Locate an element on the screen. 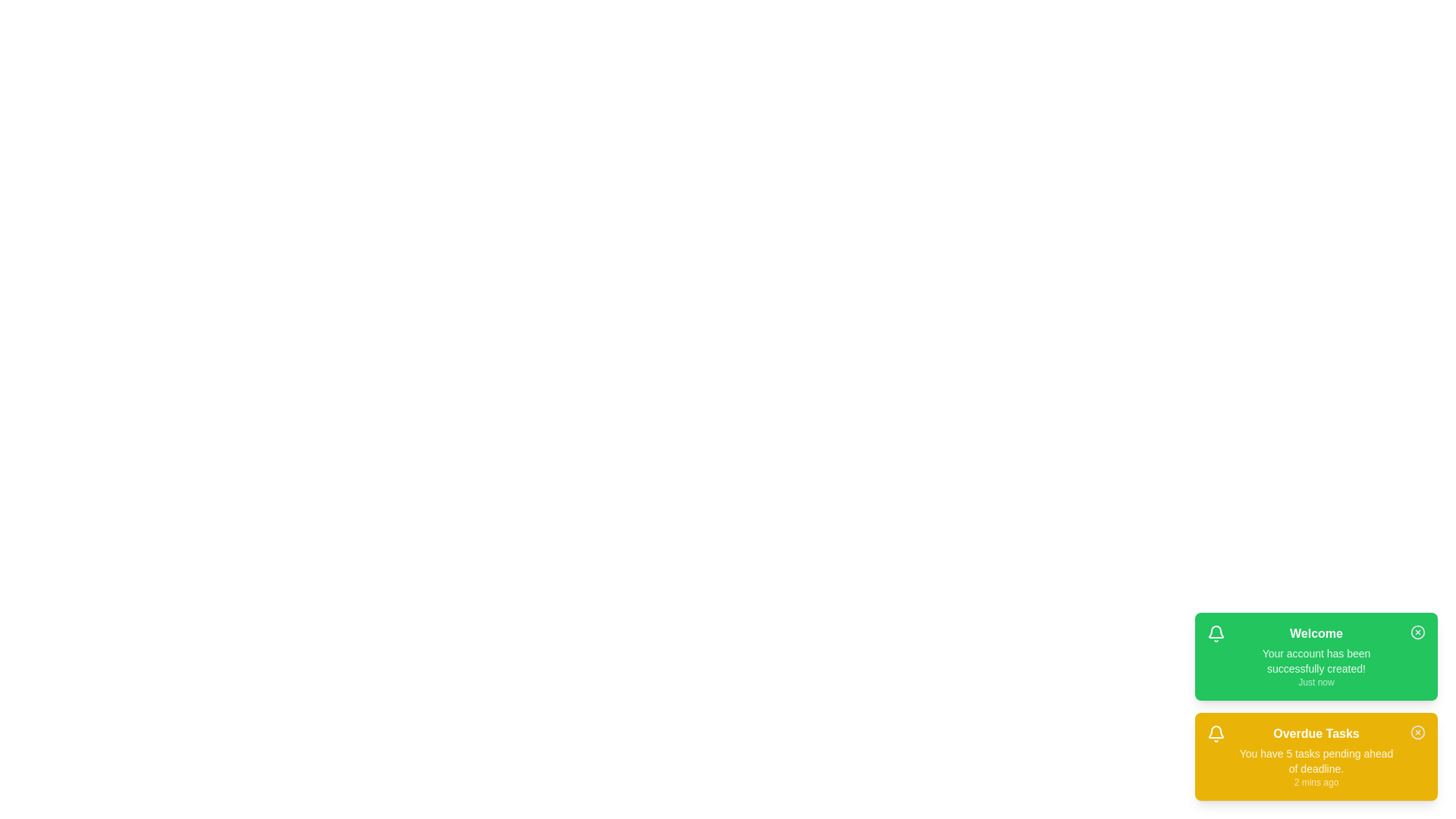  the notification to observe the hover effect is located at coordinates (1316, 656).